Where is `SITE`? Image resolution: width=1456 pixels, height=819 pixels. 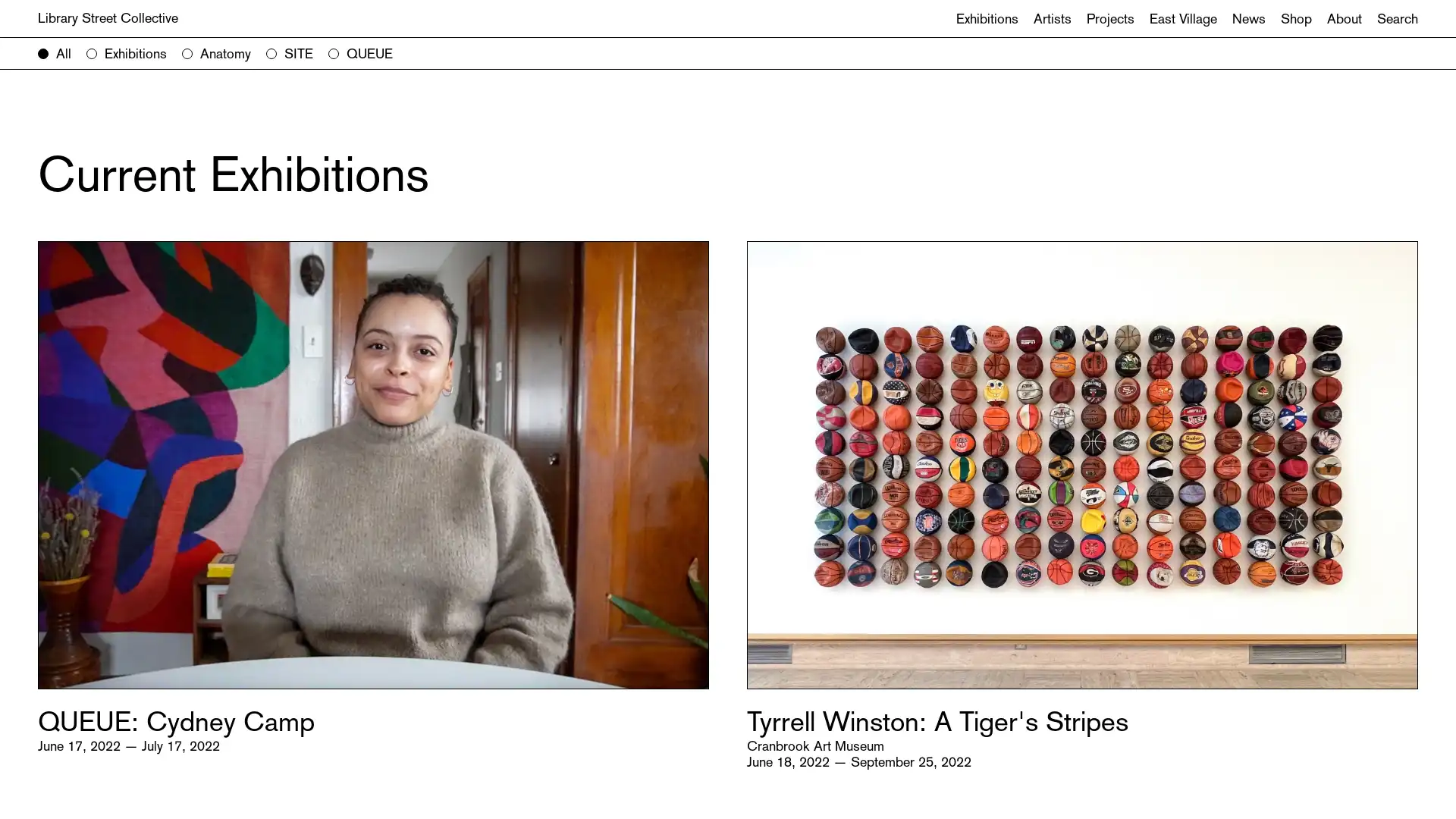
SITE is located at coordinates (290, 52).